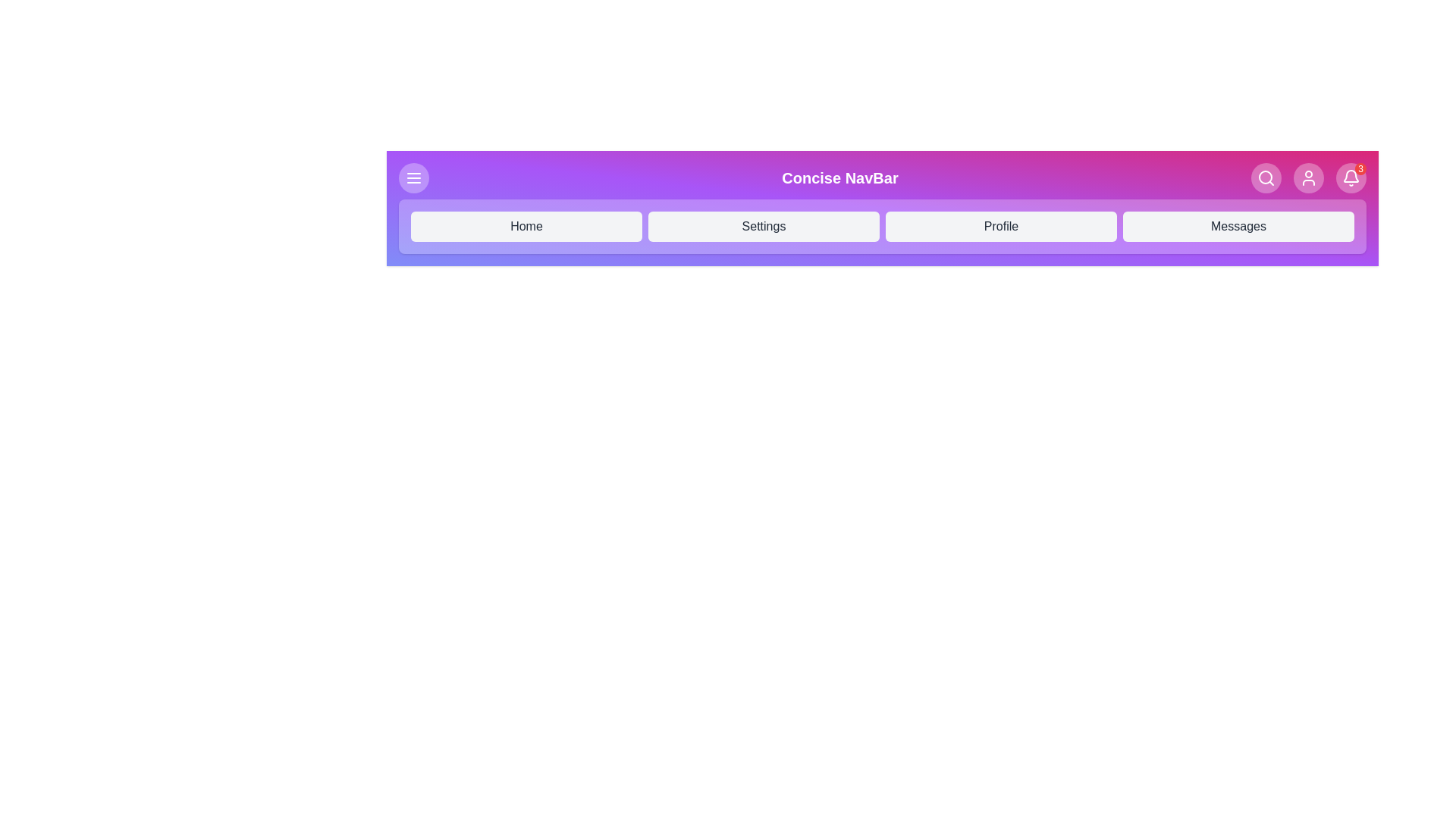 The width and height of the screenshot is (1456, 819). I want to click on the menu button to toggle the menu visibility, so click(414, 177).